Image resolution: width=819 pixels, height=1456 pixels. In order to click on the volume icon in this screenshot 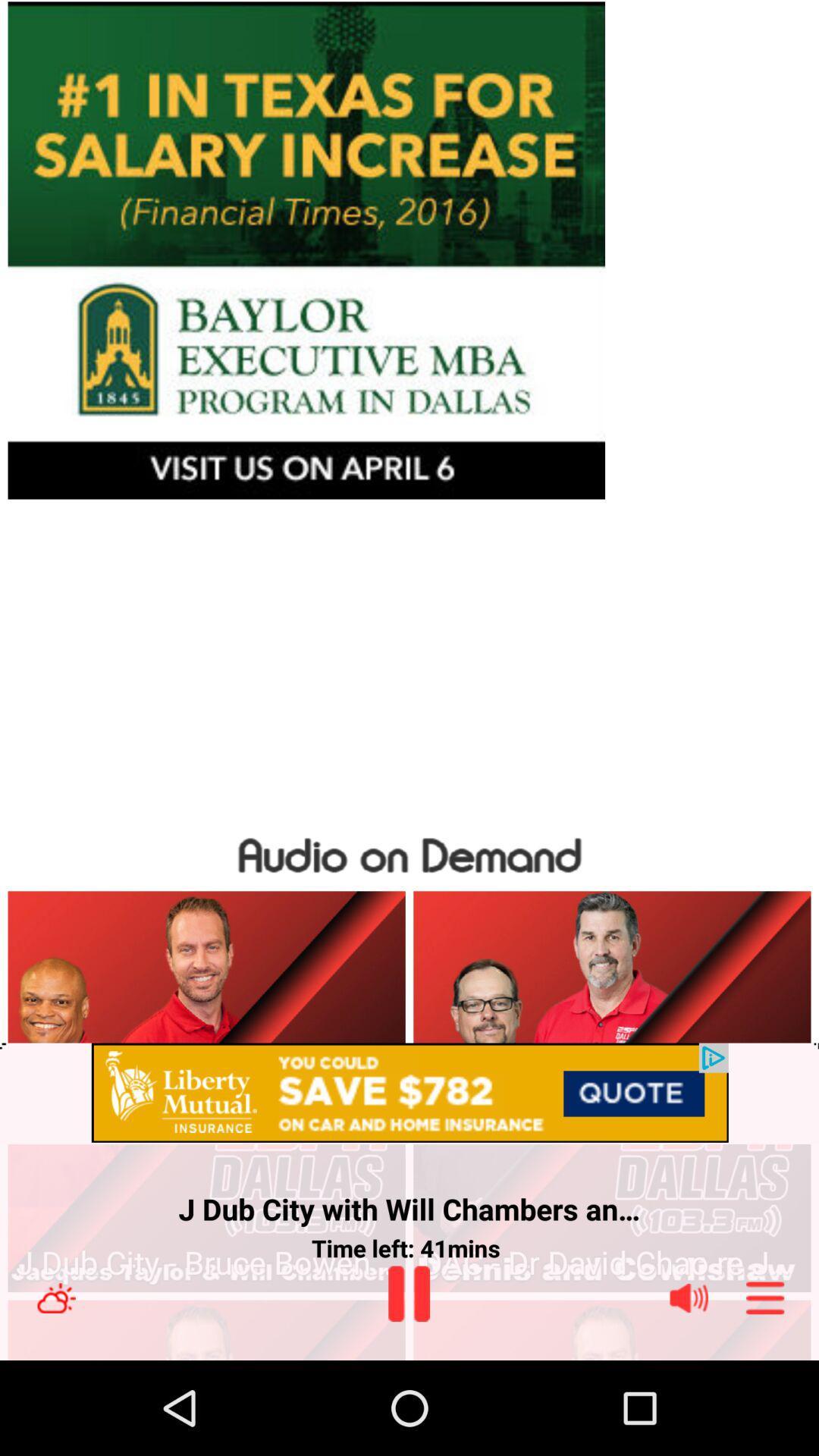, I will do `click(689, 1389)`.